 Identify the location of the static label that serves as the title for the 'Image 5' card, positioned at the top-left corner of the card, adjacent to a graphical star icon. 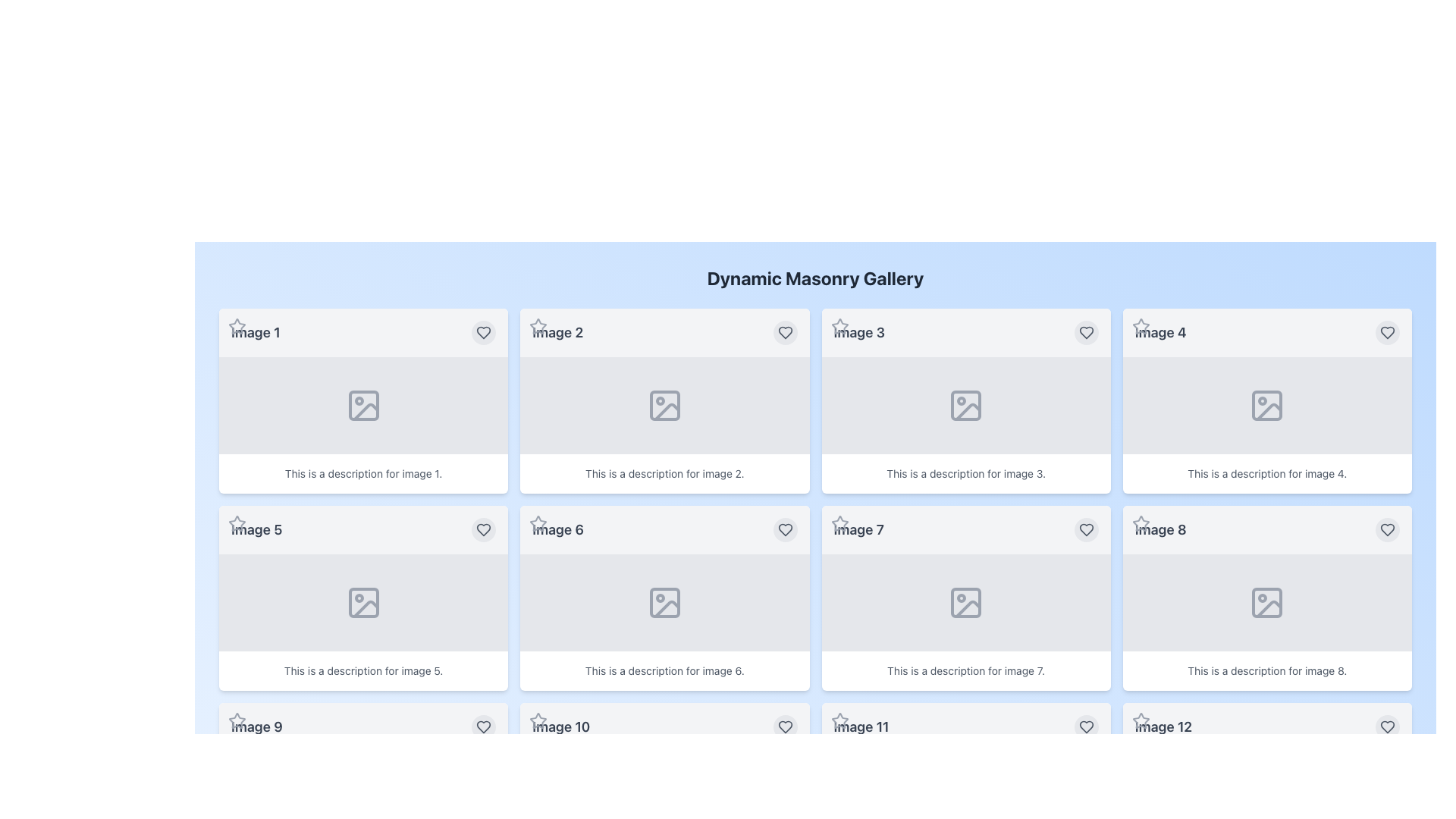
(256, 529).